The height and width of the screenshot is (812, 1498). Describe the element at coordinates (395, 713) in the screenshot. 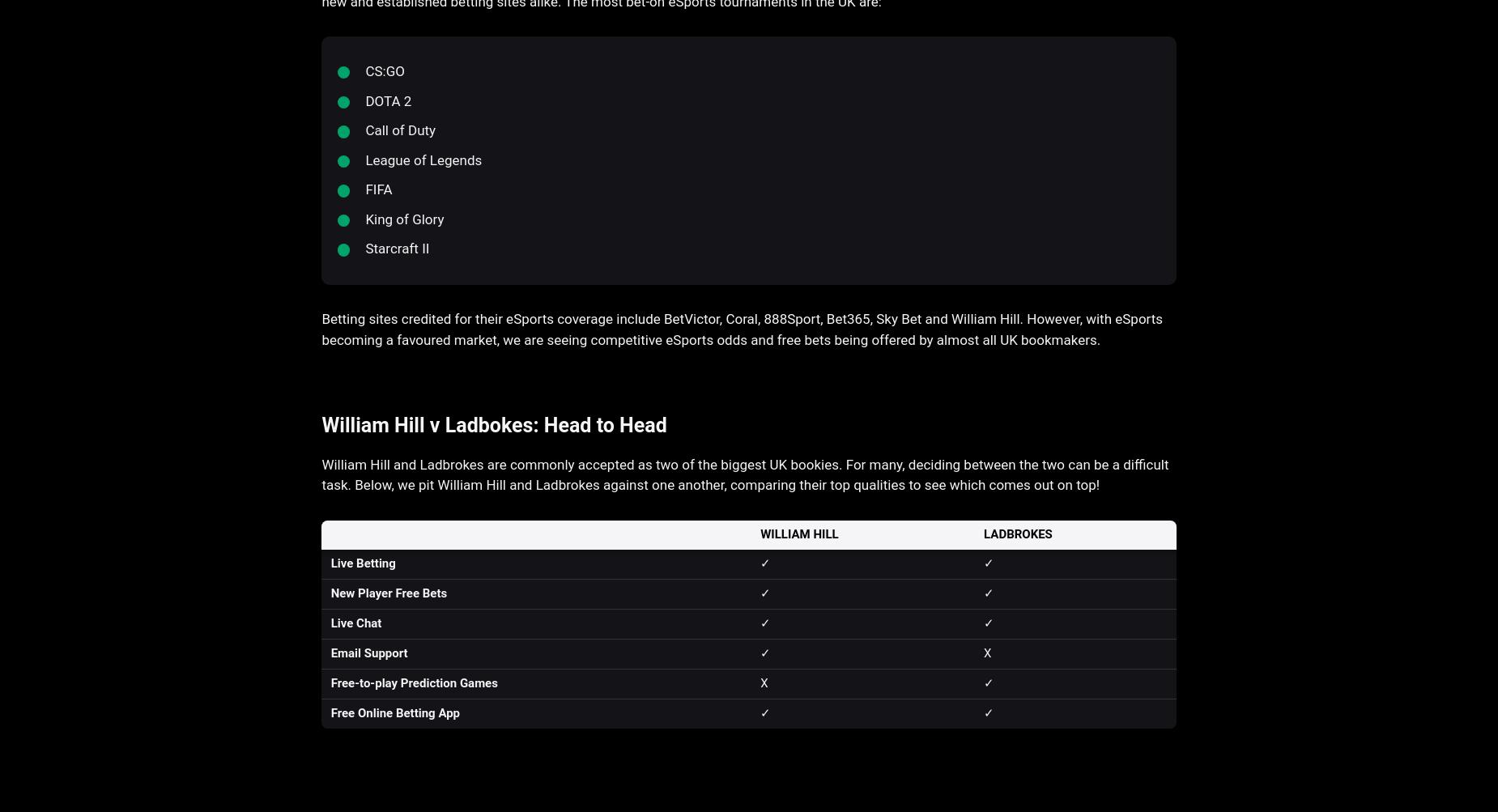

I see `'Free Online Betting App'` at that location.